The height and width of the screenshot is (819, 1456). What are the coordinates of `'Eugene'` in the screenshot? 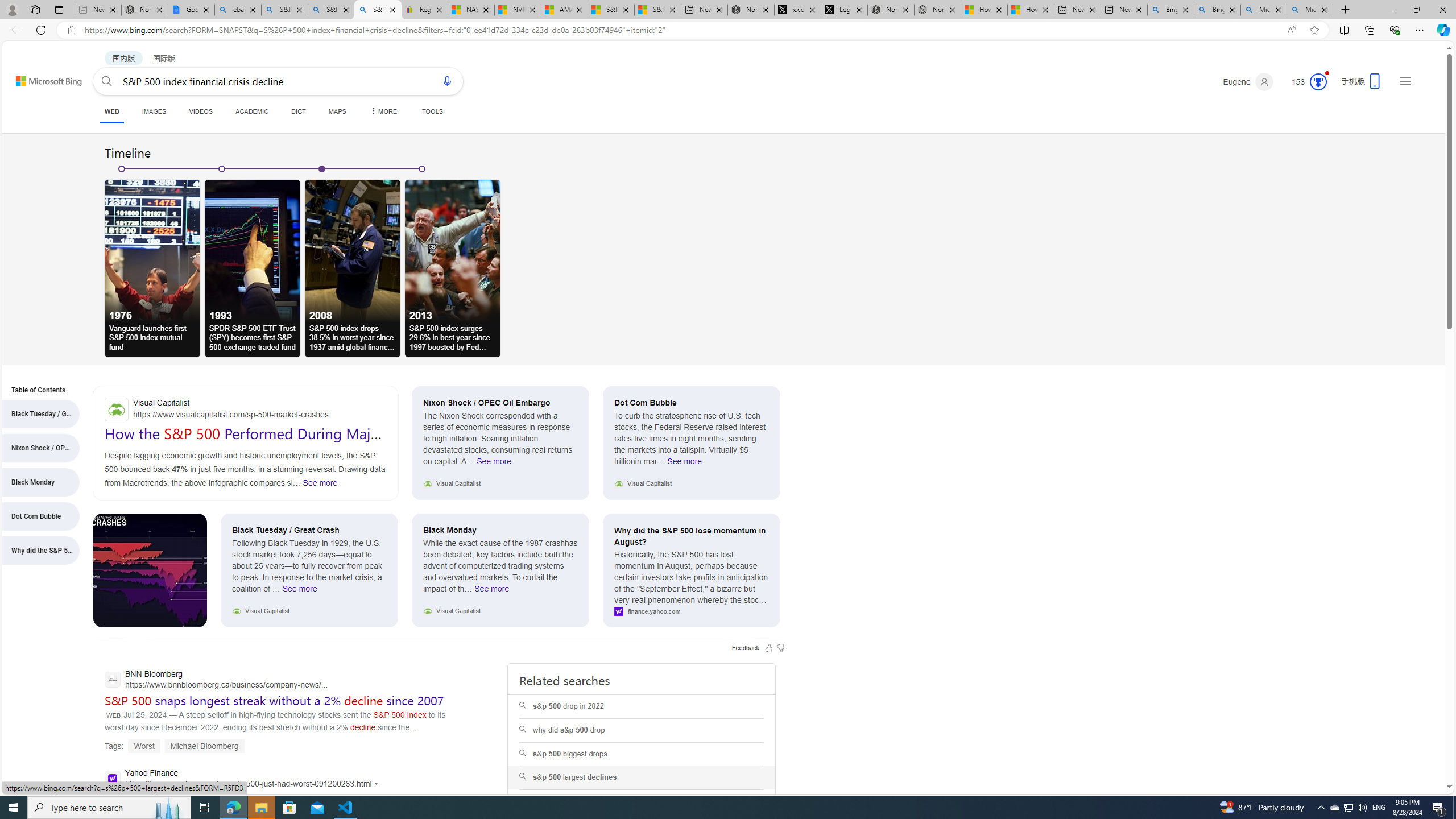 It's located at (1248, 81).